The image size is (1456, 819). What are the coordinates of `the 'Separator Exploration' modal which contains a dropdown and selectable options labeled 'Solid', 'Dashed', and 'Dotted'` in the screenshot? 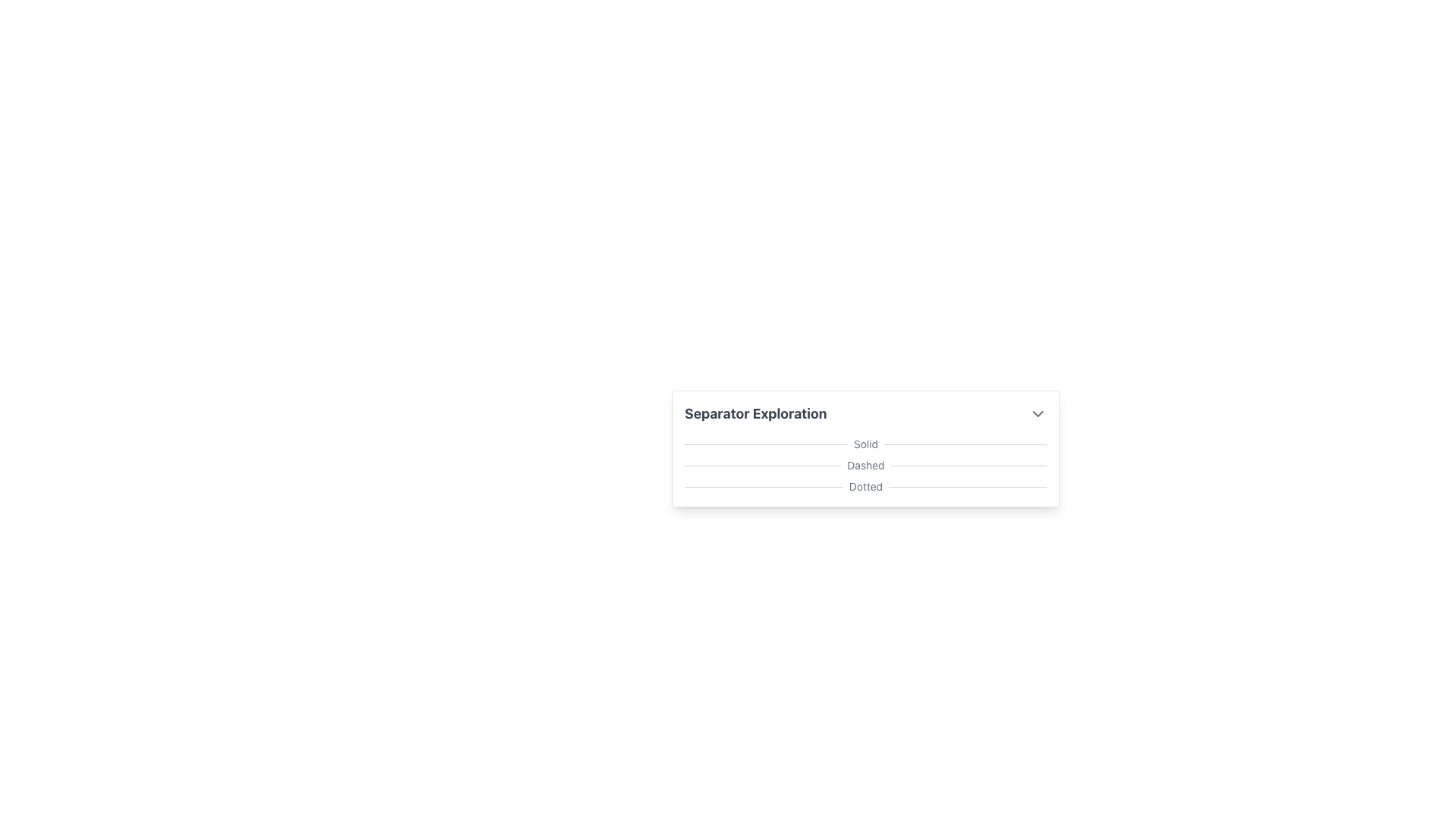 It's located at (866, 488).